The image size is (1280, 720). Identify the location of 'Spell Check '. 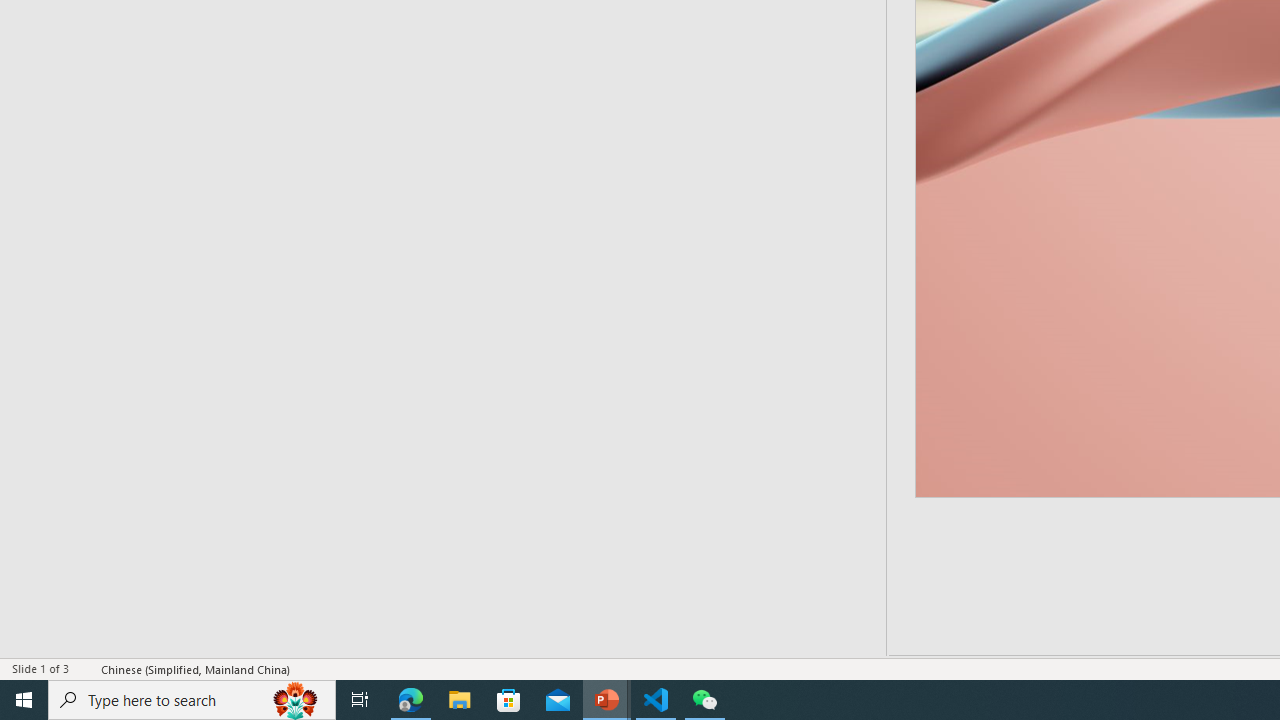
(85, 669).